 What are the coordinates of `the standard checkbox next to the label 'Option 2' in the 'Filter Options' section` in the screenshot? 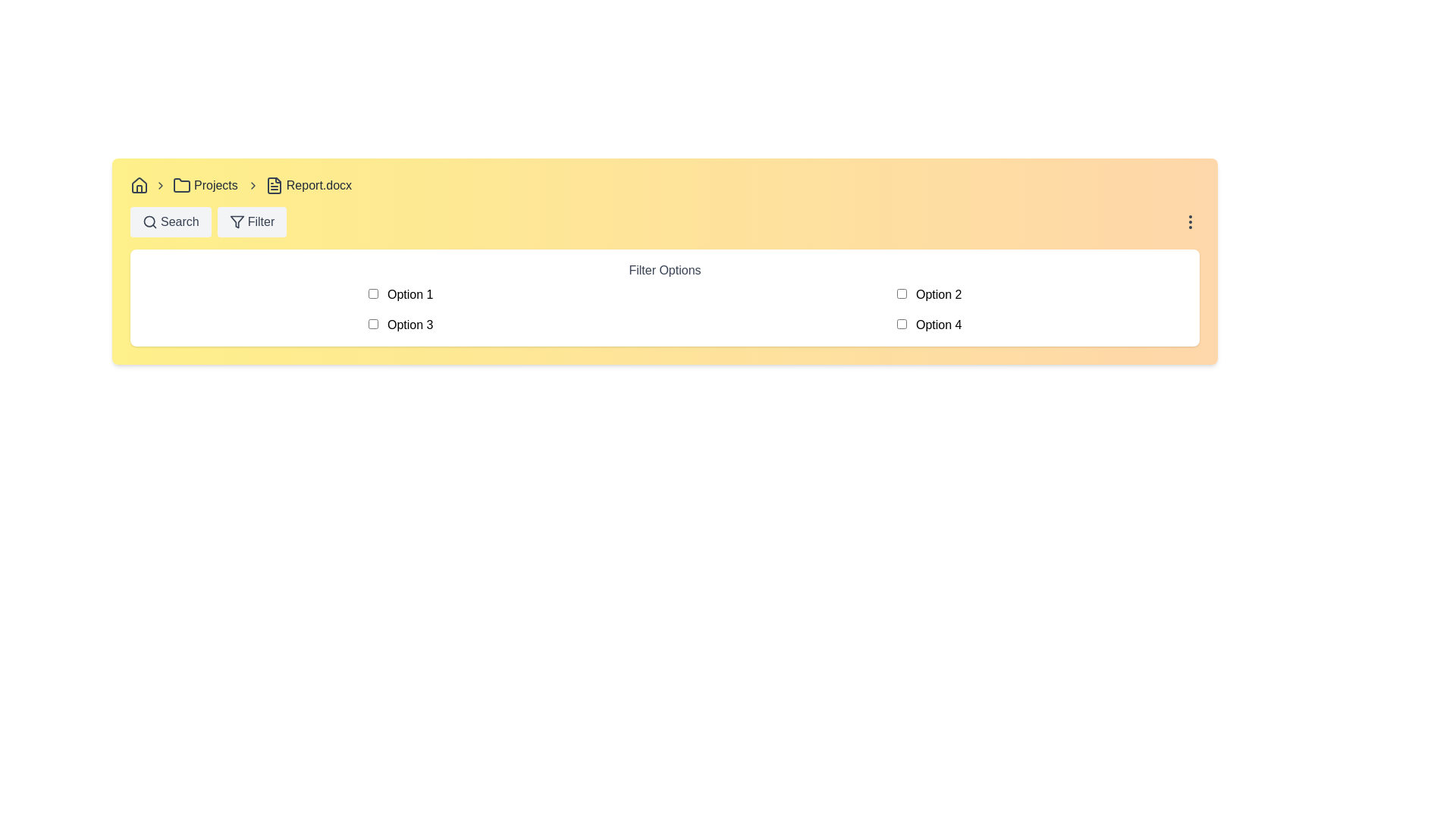 It's located at (902, 293).